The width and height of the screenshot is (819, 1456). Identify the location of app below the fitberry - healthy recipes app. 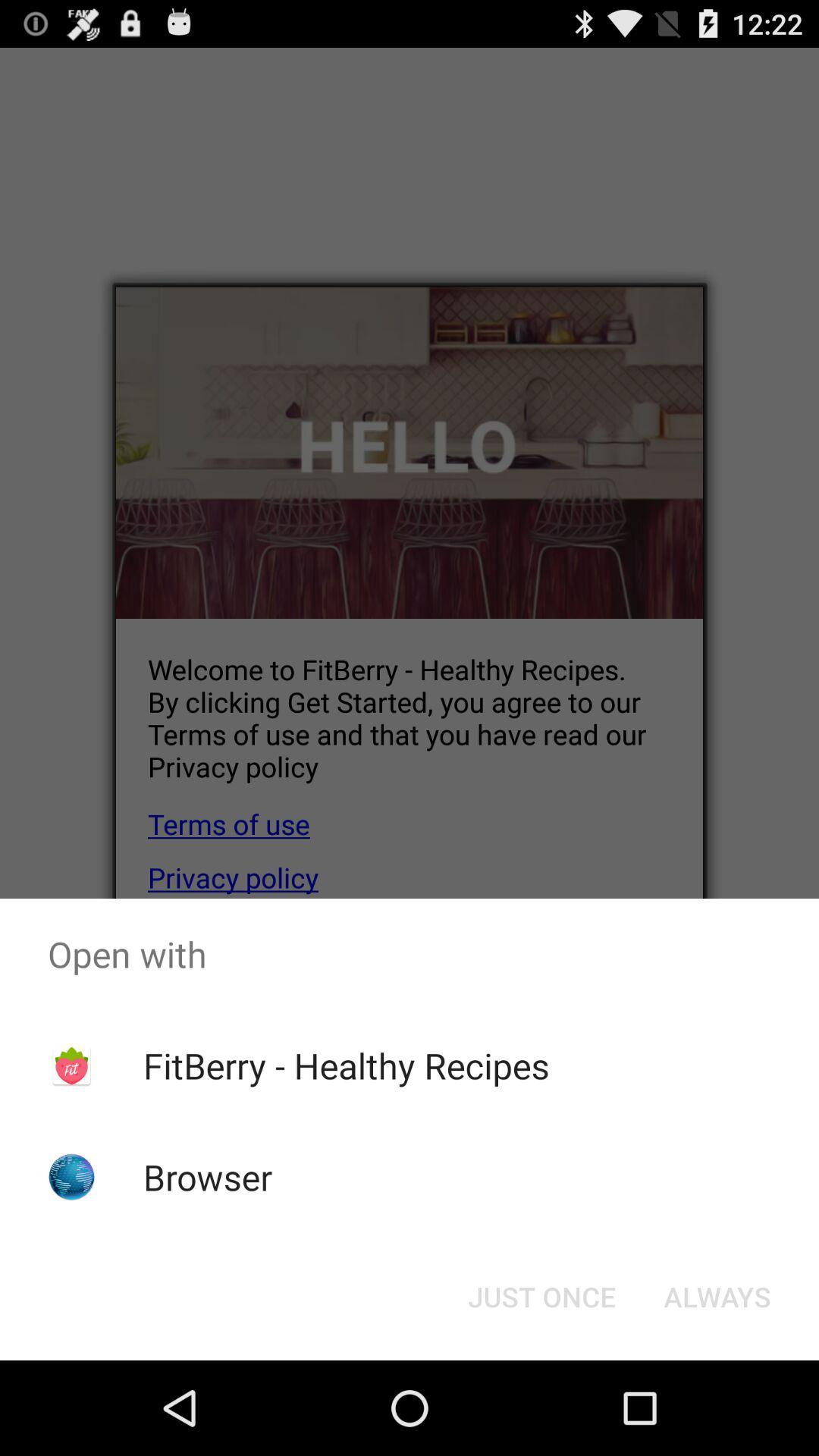
(208, 1176).